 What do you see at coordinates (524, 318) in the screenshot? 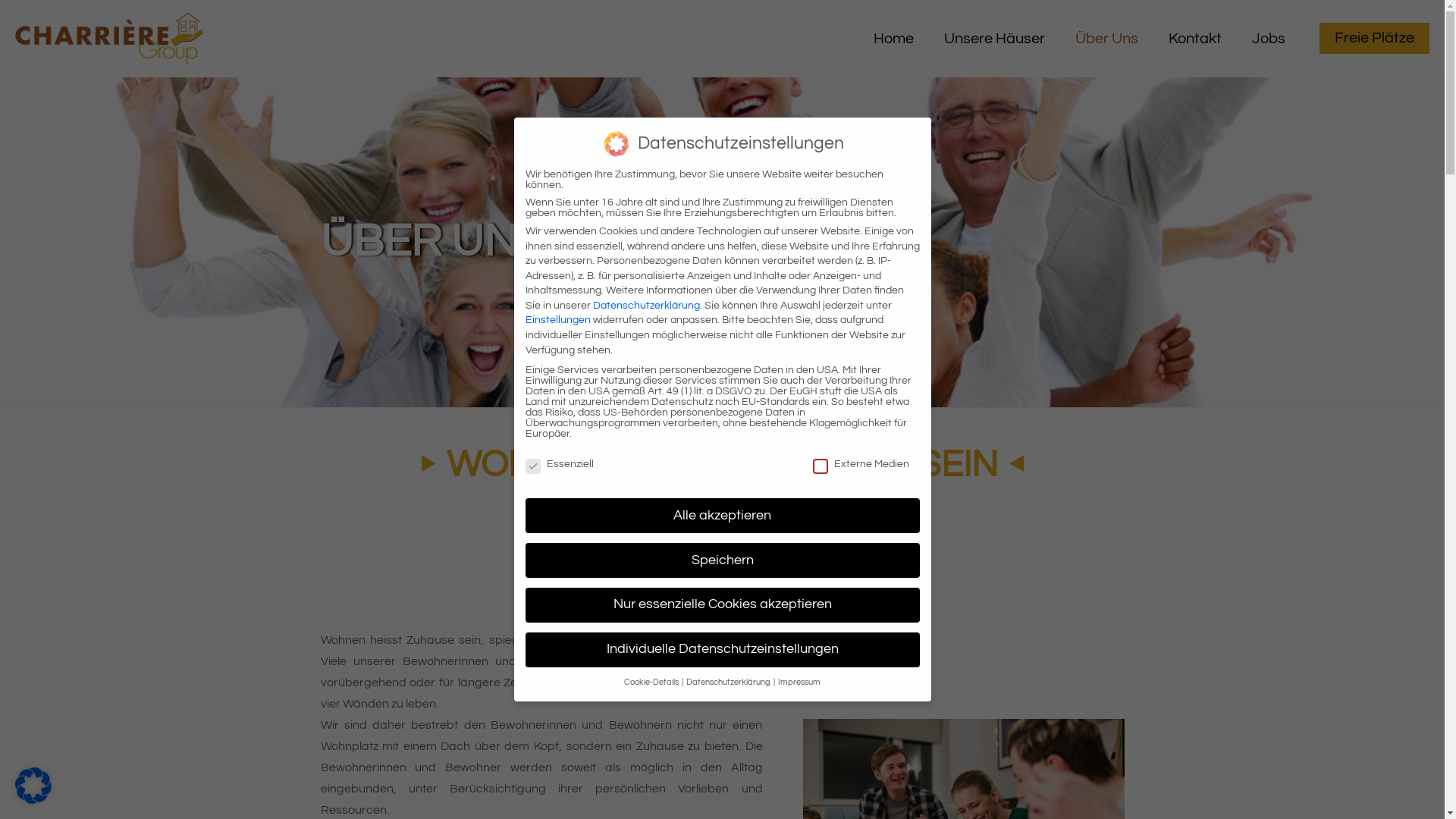
I see `'Einstellungen'` at bounding box center [524, 318].